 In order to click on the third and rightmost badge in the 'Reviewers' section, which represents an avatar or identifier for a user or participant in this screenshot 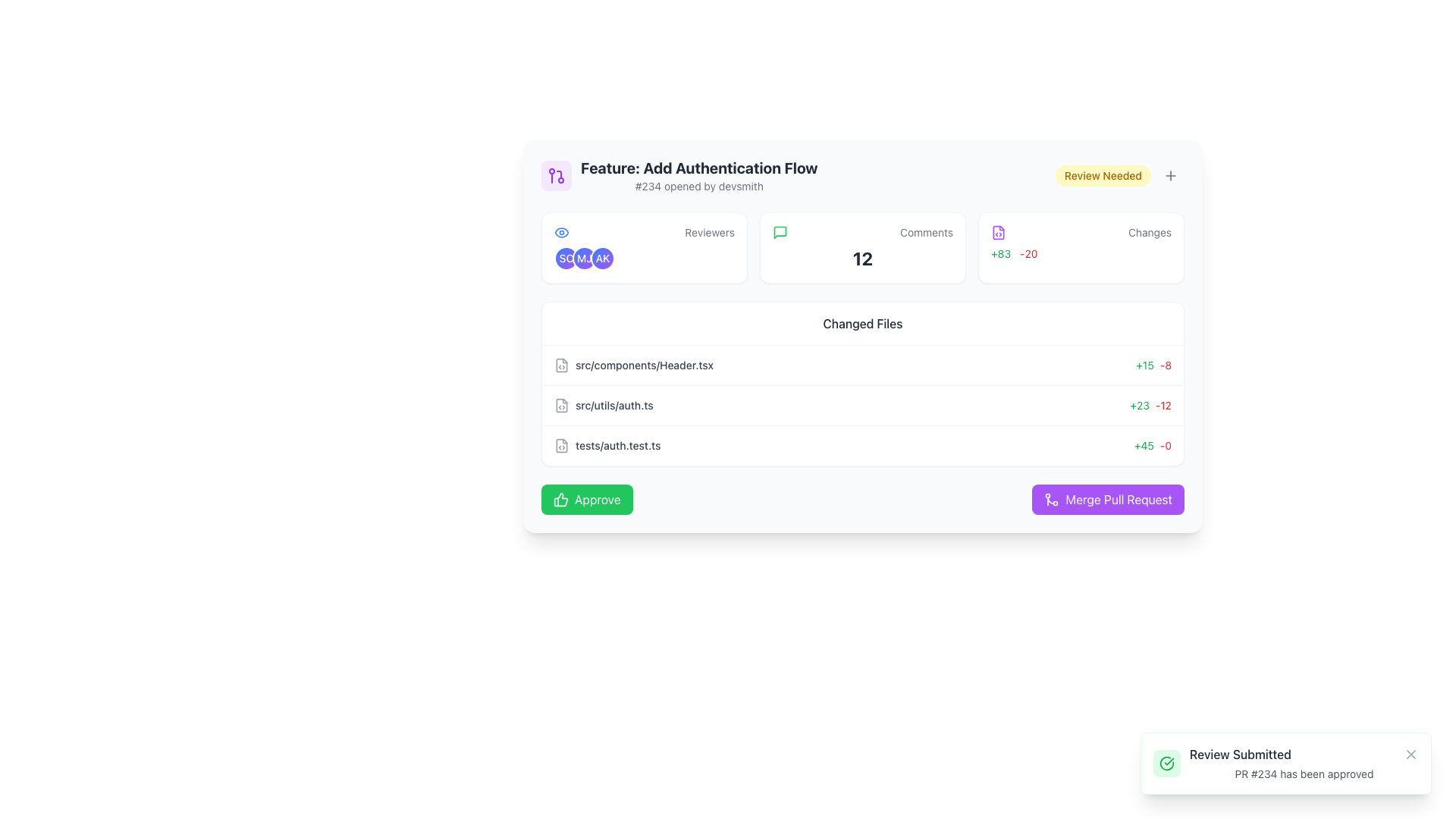, I will do `click(602, 257)`.